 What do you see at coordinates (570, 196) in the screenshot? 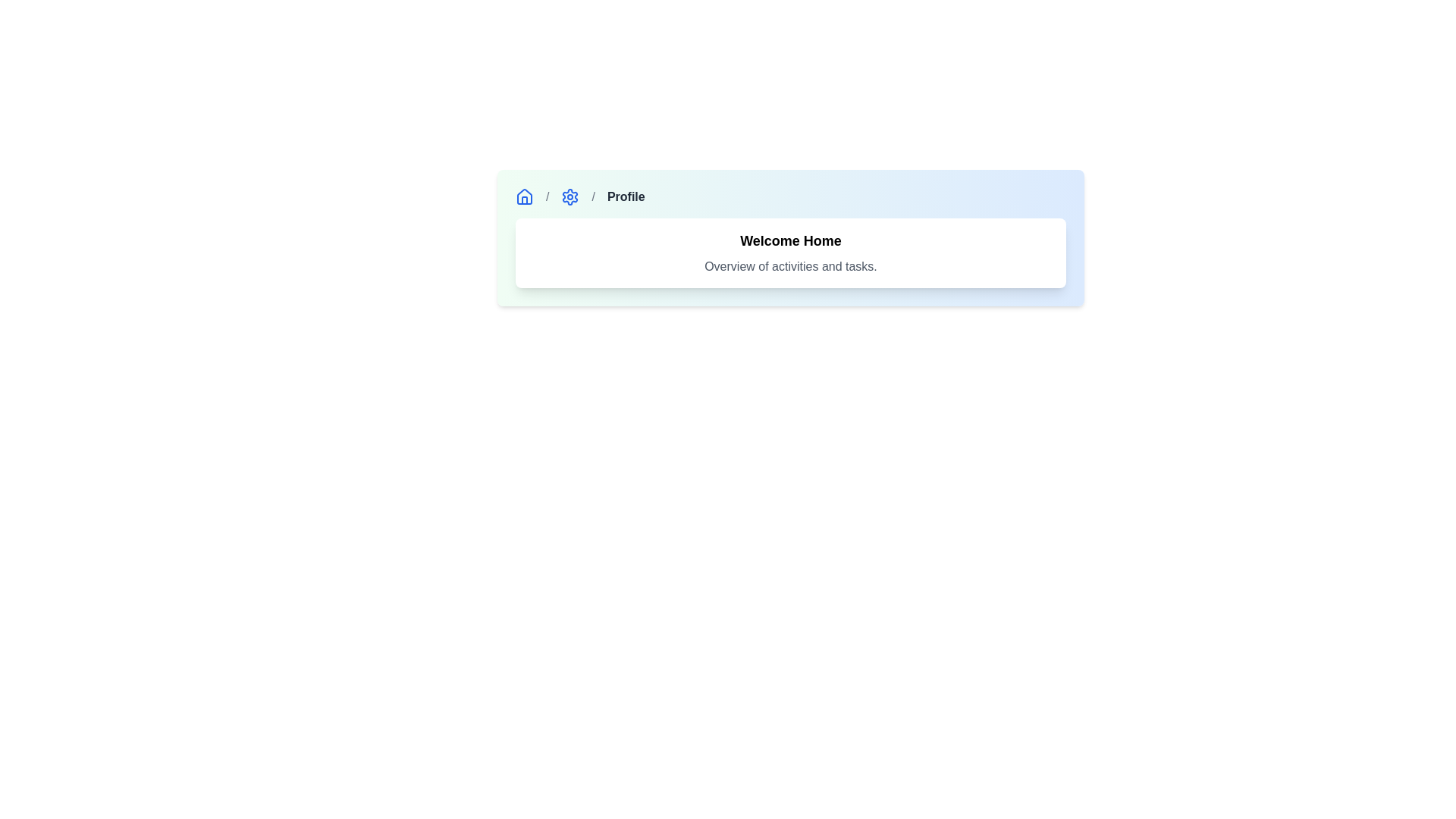
I see `the fifth interactive component in the breadcrumb navigation bar` at bounding box center [570, 196].